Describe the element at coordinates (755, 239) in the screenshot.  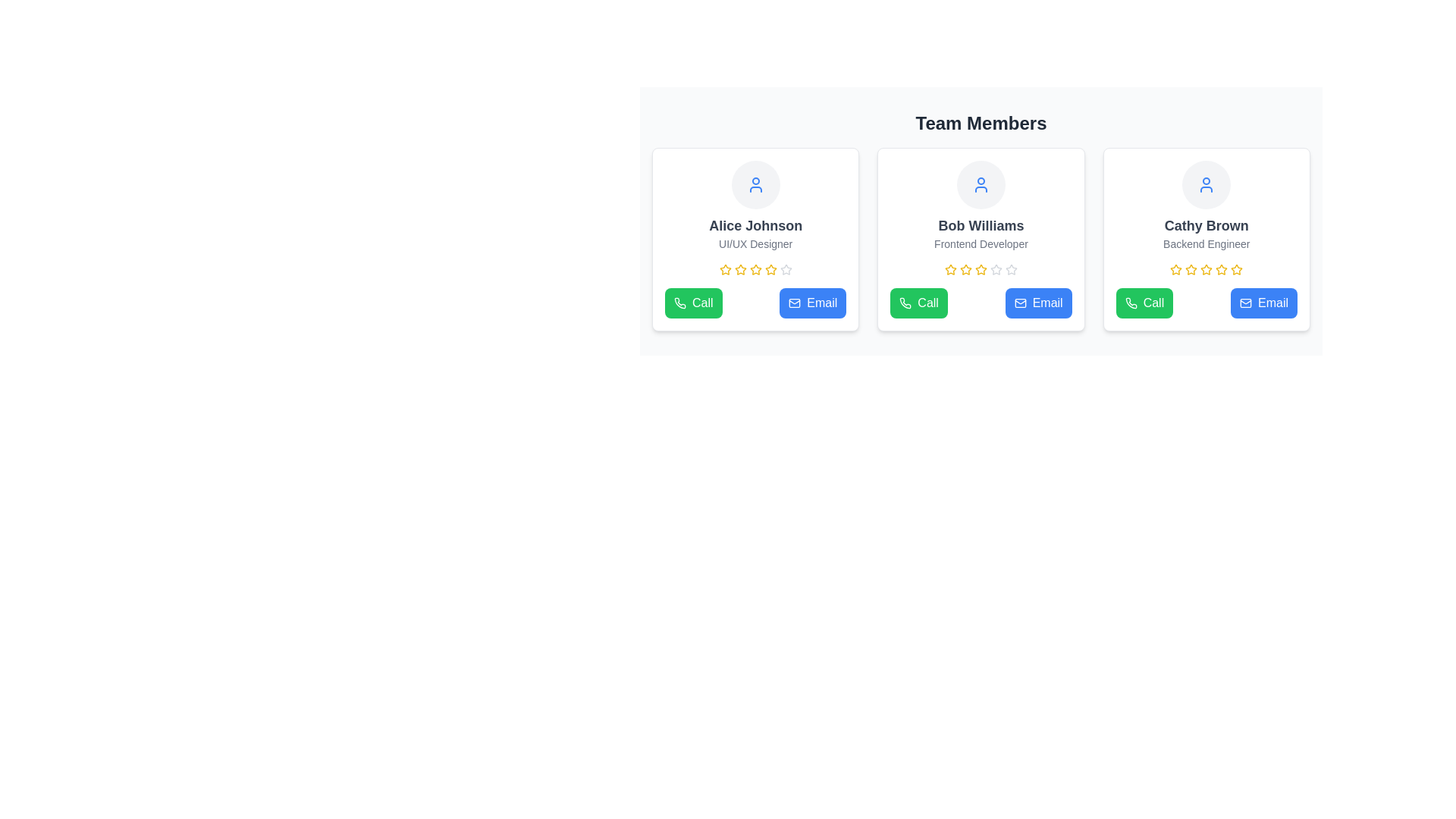
I see `the first card component in the grid layout, which contains the text 'Alice Johnson' and the title 'UI/UX Designer'` at that location.